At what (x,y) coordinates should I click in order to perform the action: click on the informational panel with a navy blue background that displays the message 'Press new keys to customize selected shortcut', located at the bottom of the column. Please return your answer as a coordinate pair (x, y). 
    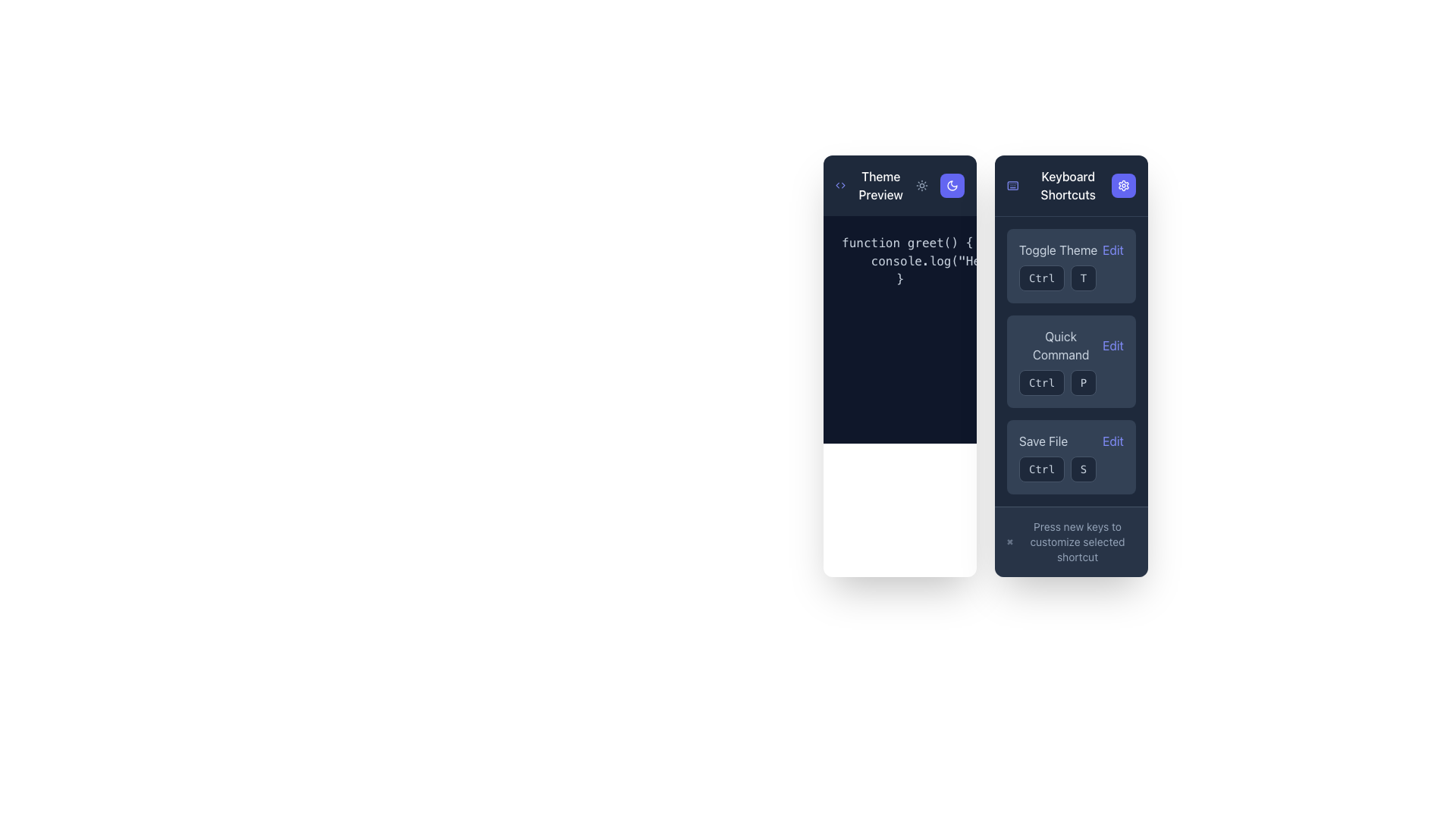
    Looking at the image, I should click on (1070, 541).